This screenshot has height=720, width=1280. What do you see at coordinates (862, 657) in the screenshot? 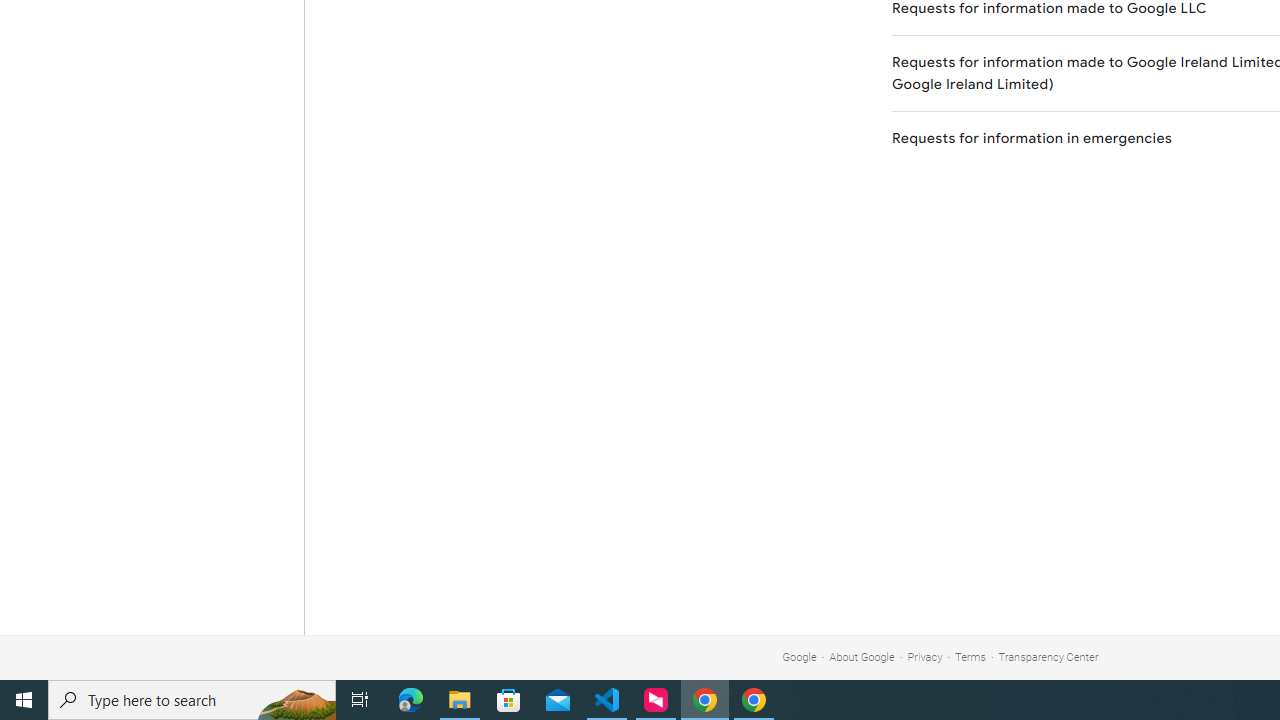
I see `'About Google'` at bounding box center [862, 657].